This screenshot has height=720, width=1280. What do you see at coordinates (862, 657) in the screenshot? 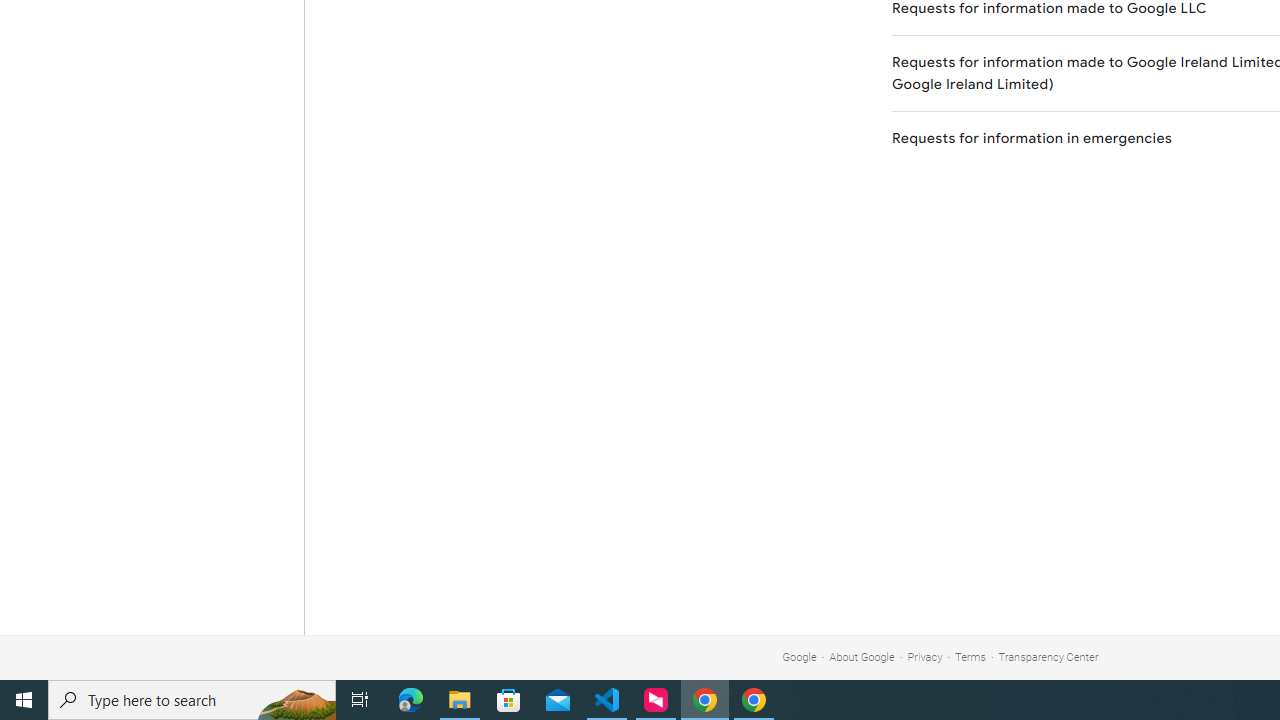
I see `'About Google'` at bounding box center [862, 657].